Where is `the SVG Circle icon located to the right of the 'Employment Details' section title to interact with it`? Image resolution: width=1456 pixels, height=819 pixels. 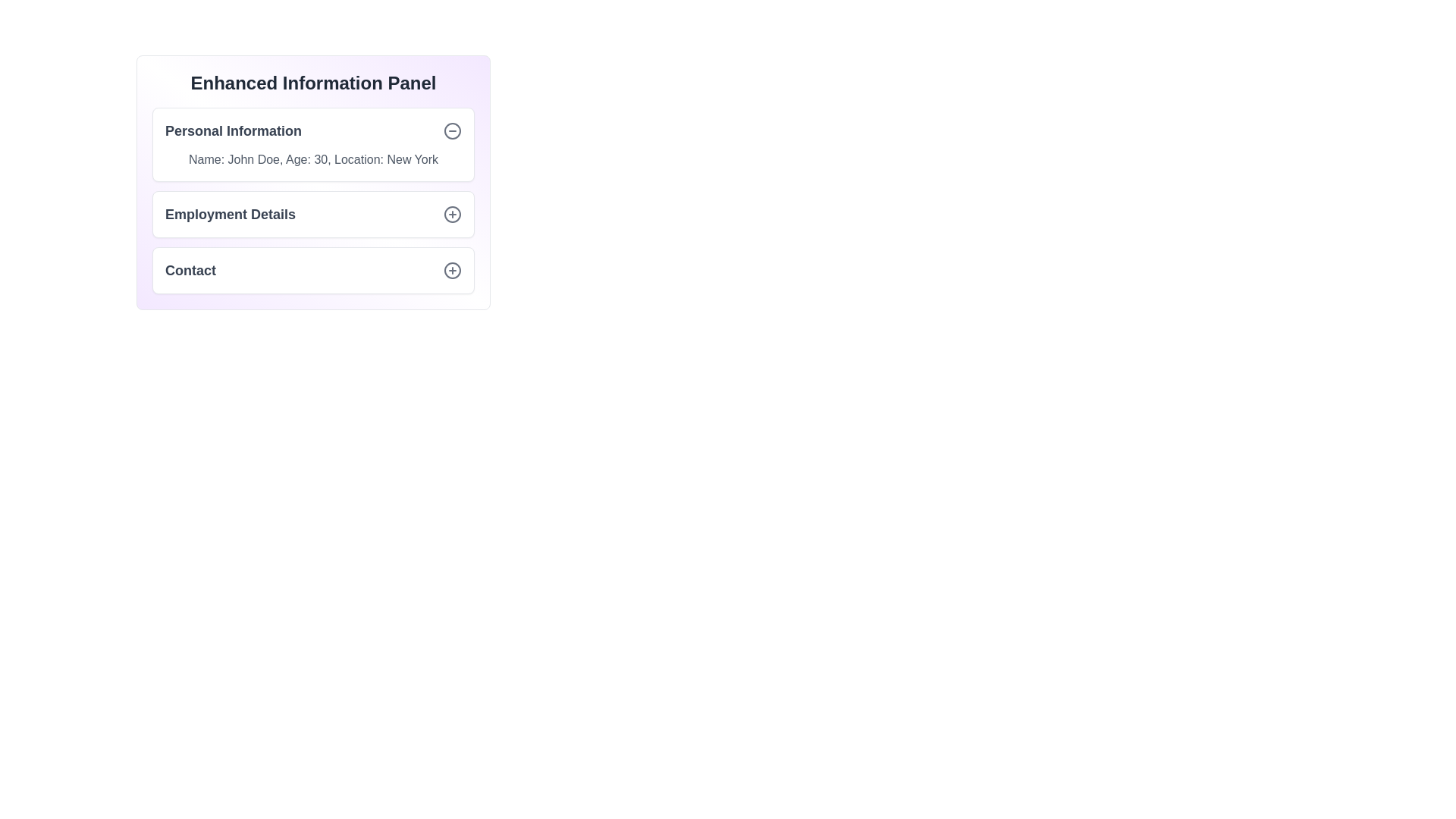 the SVG Circle icon located to the right of the 'Employment Details' section title to interact with it is located at coordinates (451, 214).